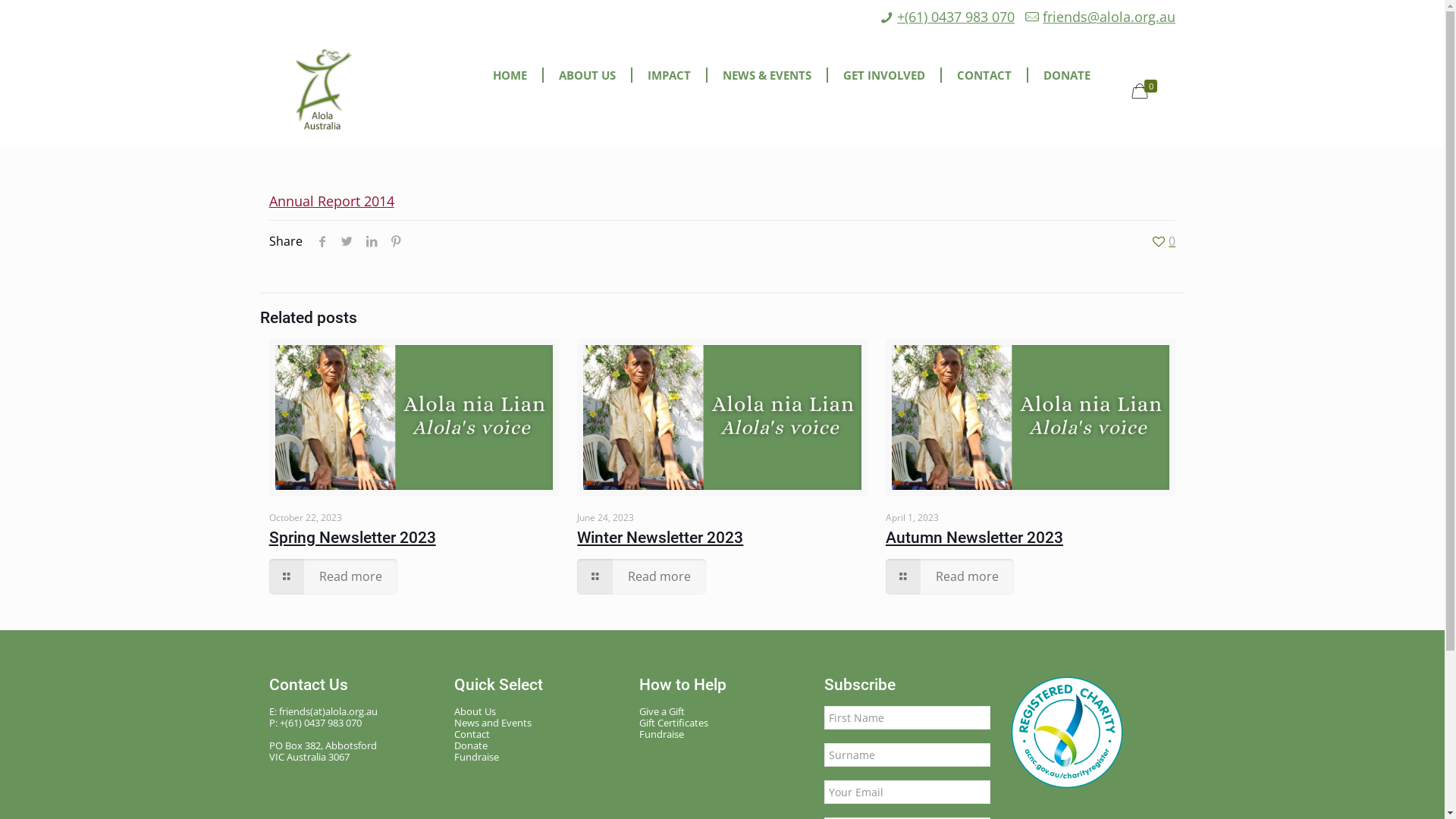 This screenshot has width=1456, height=819. What do you see at coordinates (974, 537) in the screenshot?
I see `'Autumn Newsletter 2023'` at bounding box center [974, 537].